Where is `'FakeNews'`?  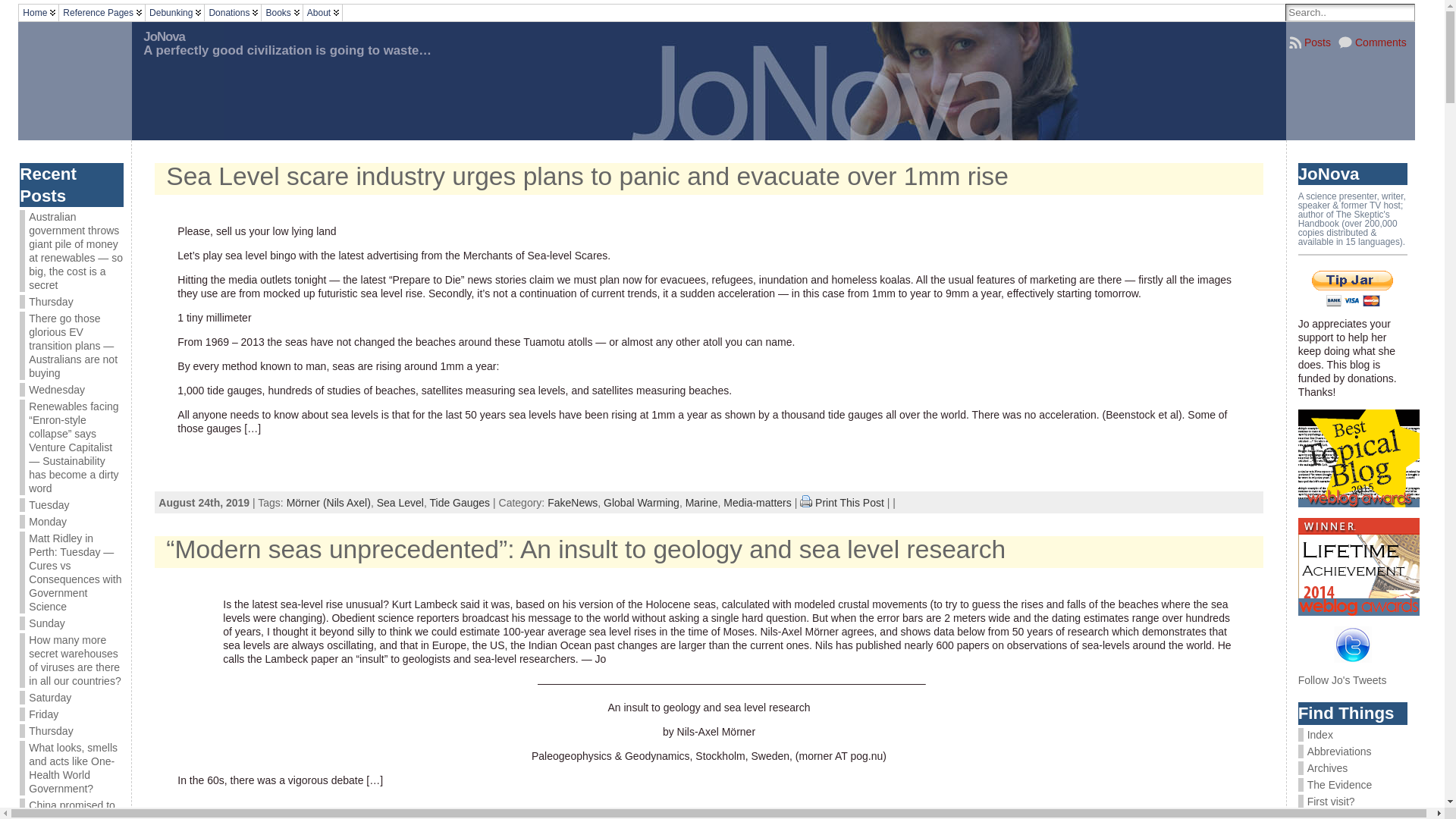 'FakeNews' is located at coordinates (571, 503).